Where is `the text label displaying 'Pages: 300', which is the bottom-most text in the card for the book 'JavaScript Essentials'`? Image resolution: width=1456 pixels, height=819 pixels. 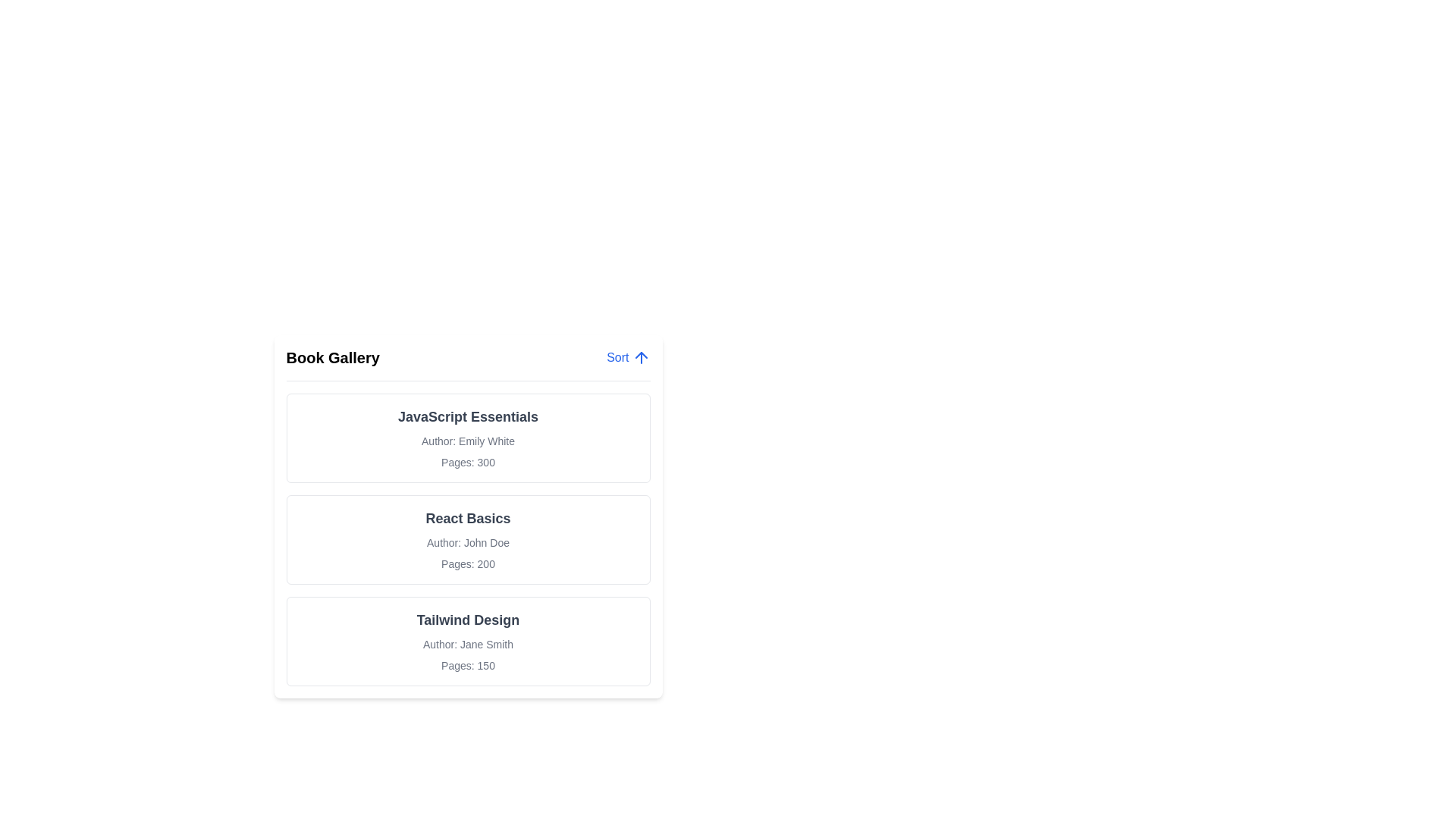 the text label displaying 'Pages: 300', which is the bottom-most text in the card for the book 'JavaScript Essentials' is located at coordinates (467, 461).